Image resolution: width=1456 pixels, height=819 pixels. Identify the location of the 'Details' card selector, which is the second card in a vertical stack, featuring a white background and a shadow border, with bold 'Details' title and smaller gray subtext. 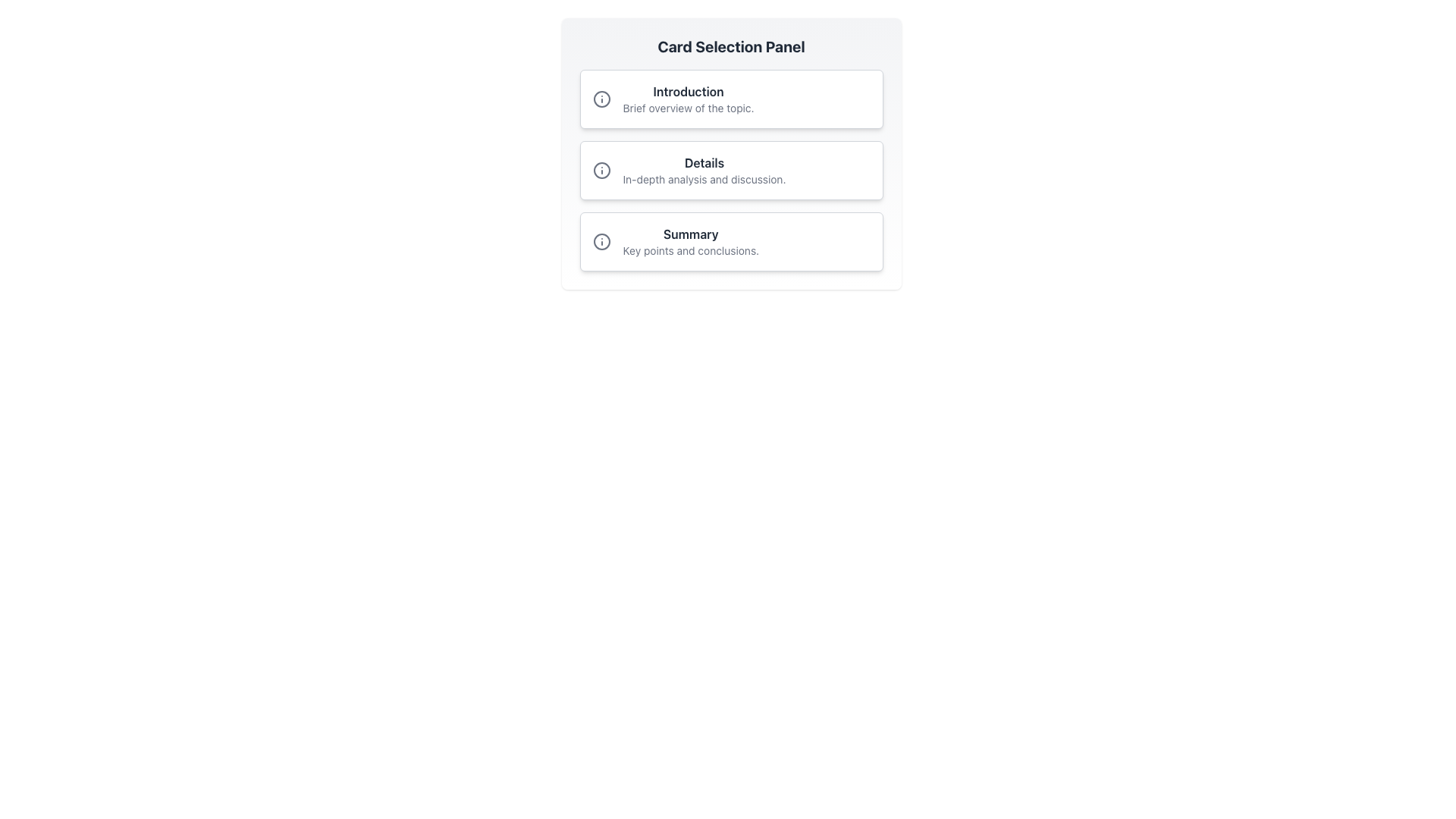
(731, 154).